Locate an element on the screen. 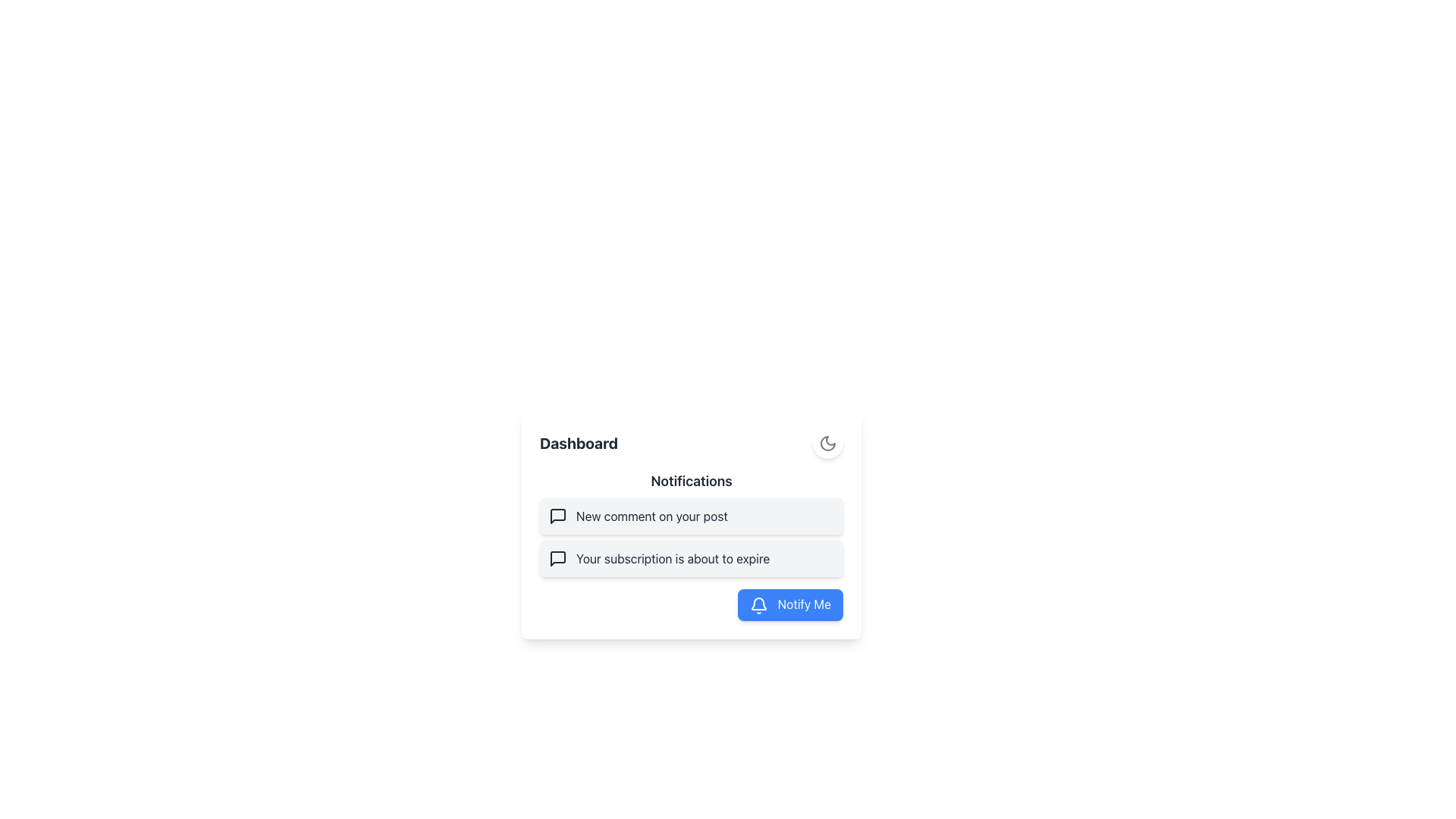  the static text label indicating 'Dashboard' located on the left side of the header section is located at coordinates (578, 444).